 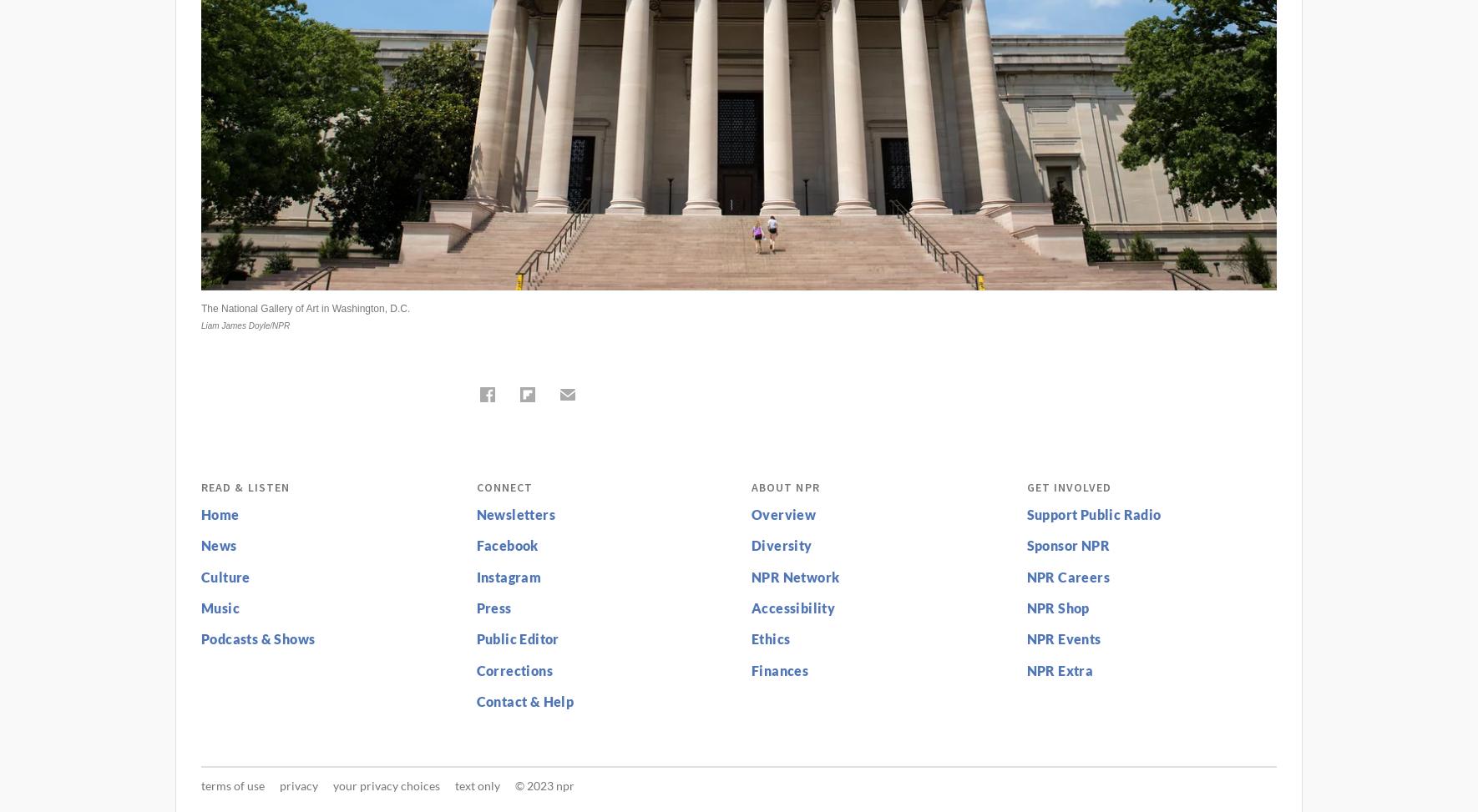 I want to click on 'Contact & Help', so click(x=524, y=701).